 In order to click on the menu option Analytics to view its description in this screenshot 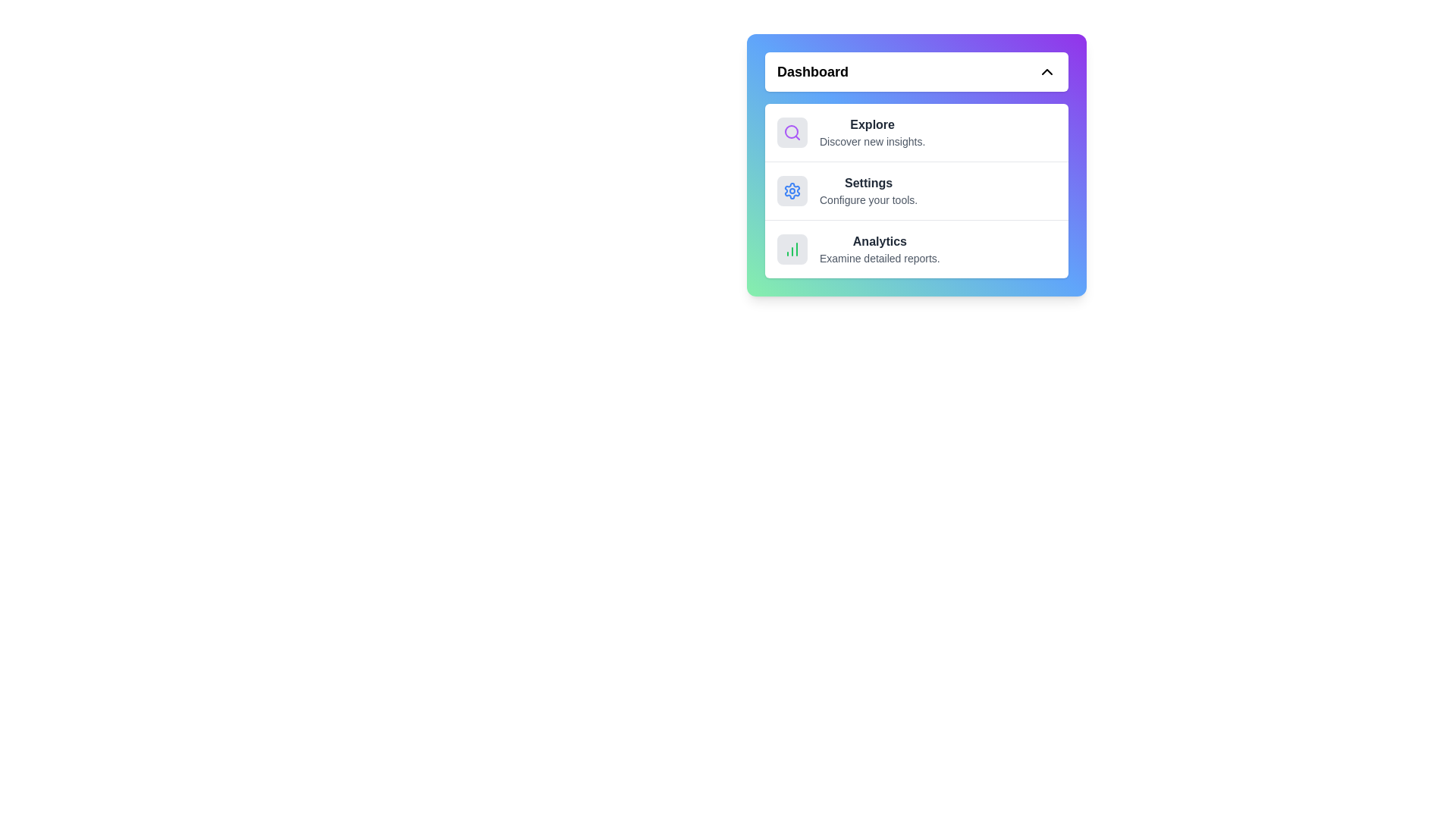, I will do `click(916, 247)`.